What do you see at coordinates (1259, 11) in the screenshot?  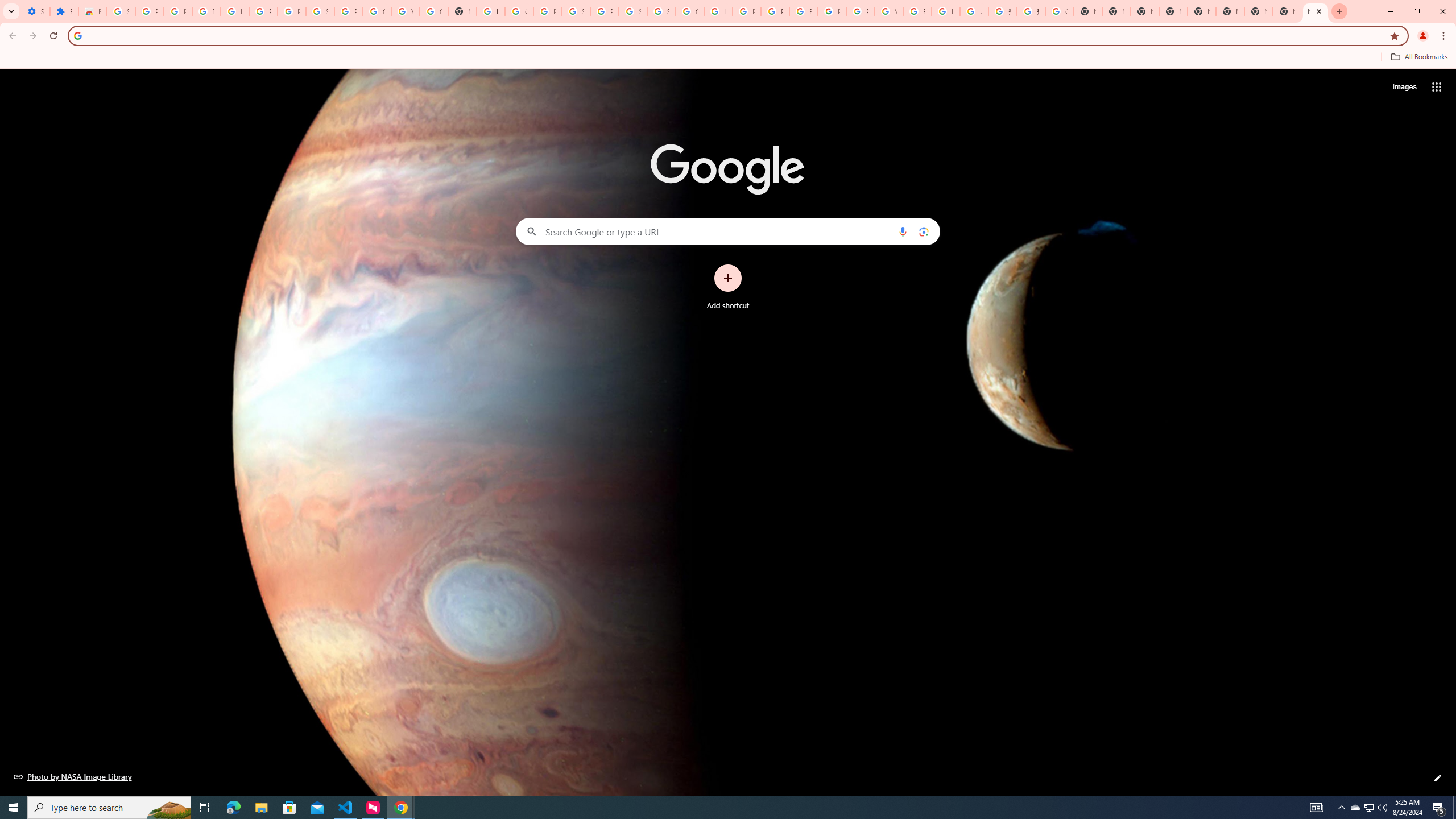 I see `'New Tab'` at bounding box center [1259, 11].